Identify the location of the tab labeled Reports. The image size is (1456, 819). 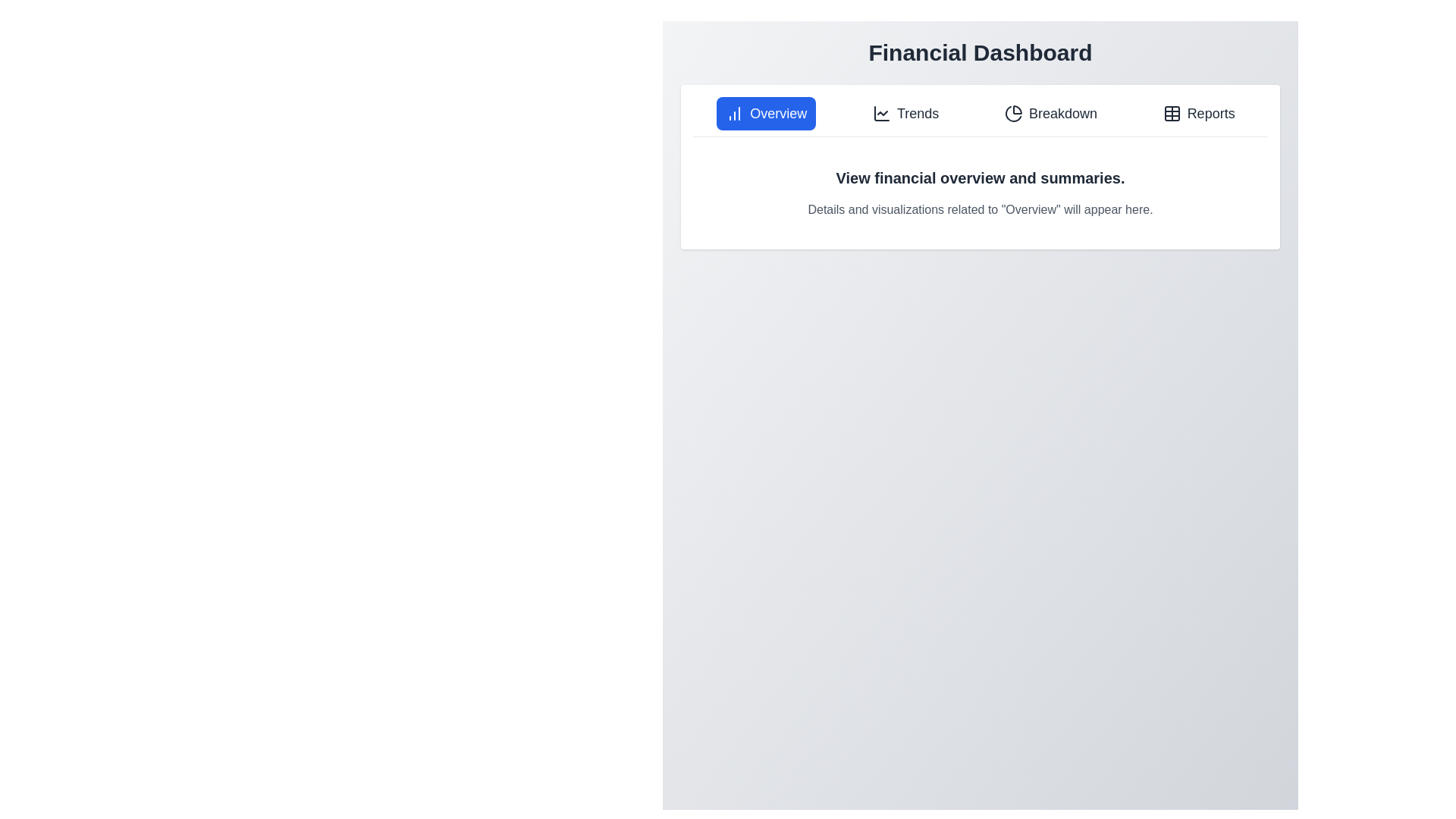
(1198, 113).